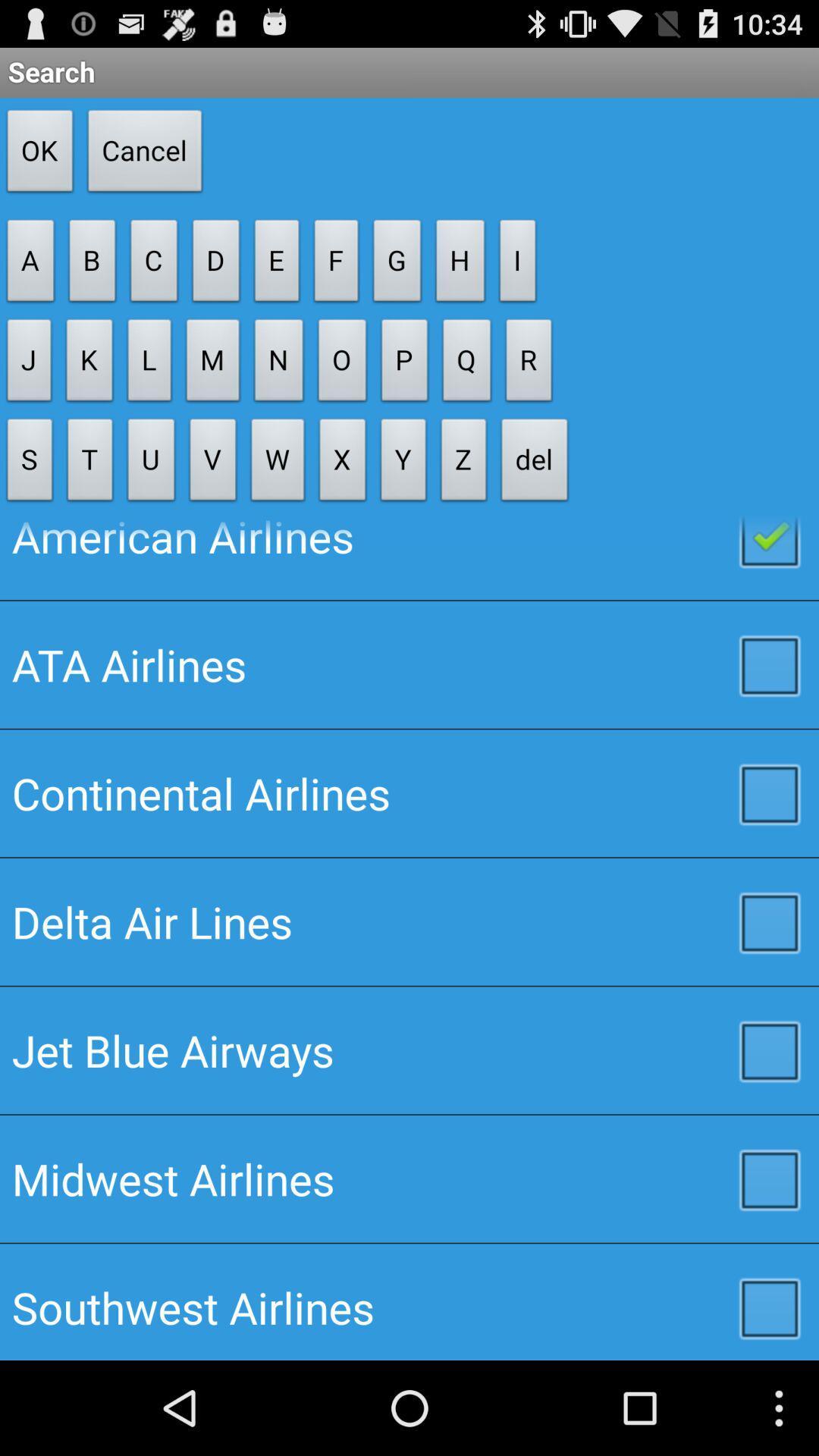 The image size is (819, 1456). What do you see at coordinates (409, 557) in the screenshot?
I see `checkbox above ata airlines icon` at bounding box center [409, 557].